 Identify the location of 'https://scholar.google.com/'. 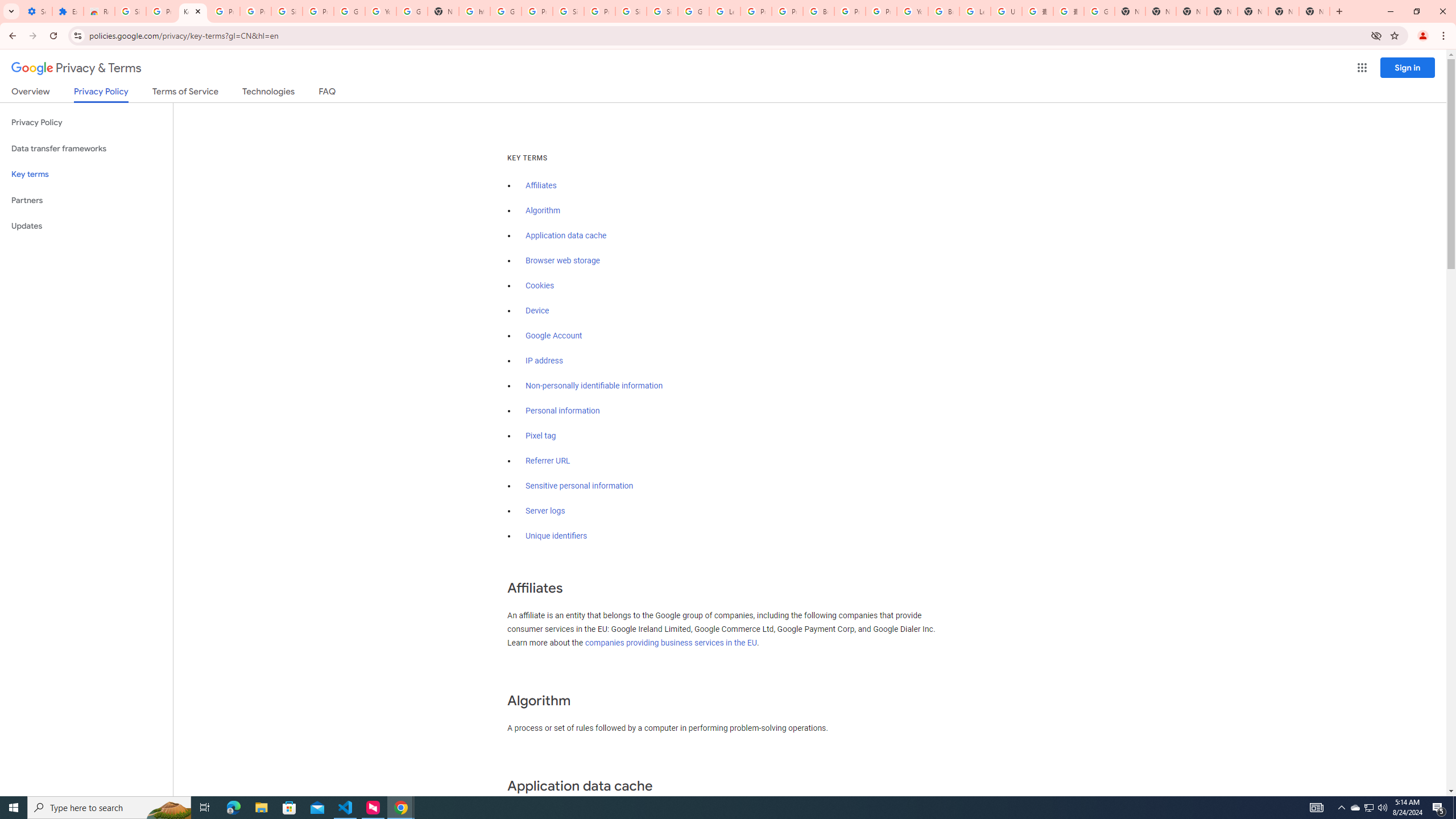
(474, 11).